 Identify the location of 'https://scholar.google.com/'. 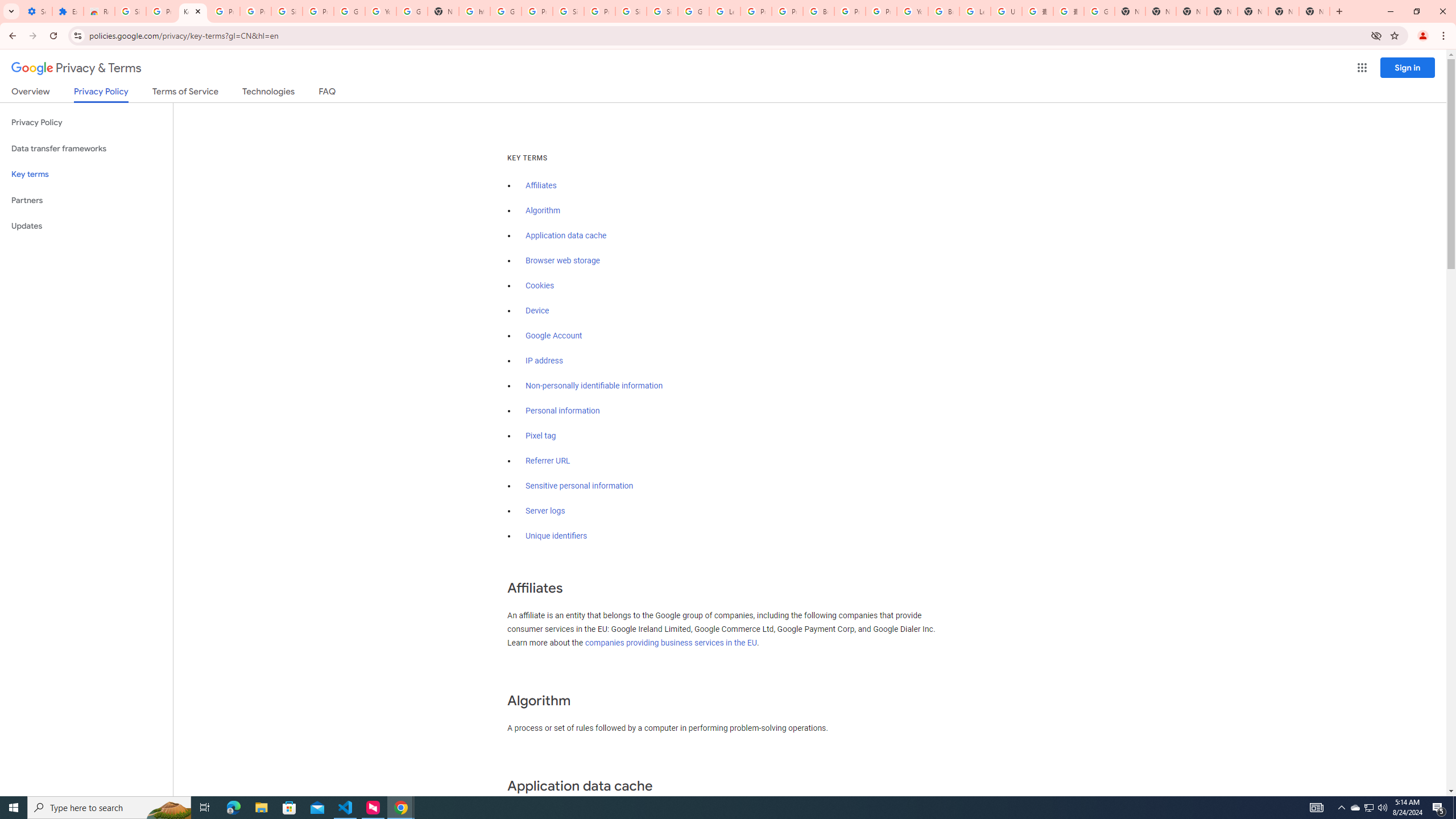
(474, 11).